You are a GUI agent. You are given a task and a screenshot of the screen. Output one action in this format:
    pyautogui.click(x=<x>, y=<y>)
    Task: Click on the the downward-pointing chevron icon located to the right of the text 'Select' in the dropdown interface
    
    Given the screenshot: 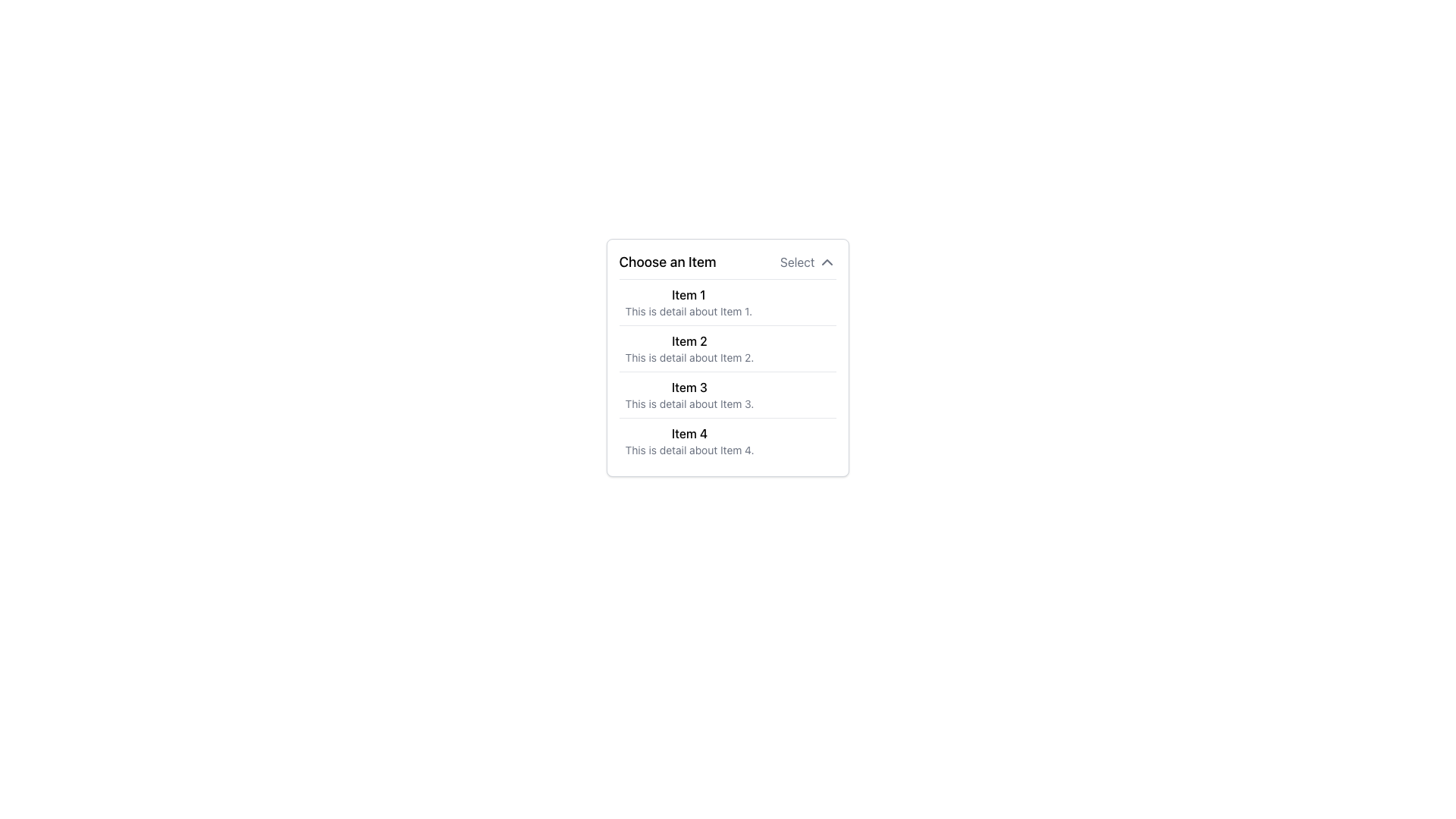 What is the action you would take?
    pyautogui.click(x=826, y=262)
    